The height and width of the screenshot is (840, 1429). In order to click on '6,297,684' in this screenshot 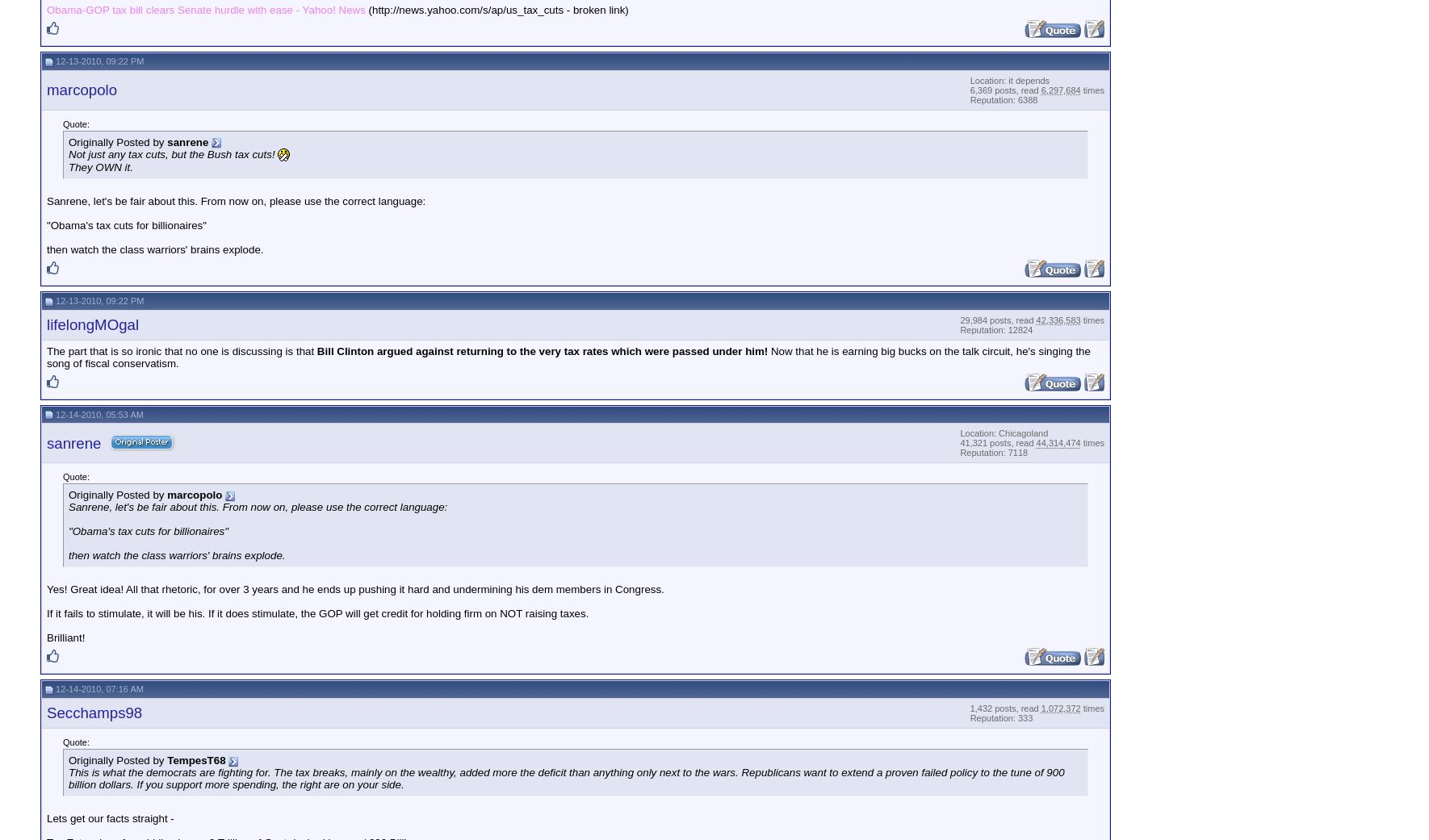, I will do `click(1039, 89)`.